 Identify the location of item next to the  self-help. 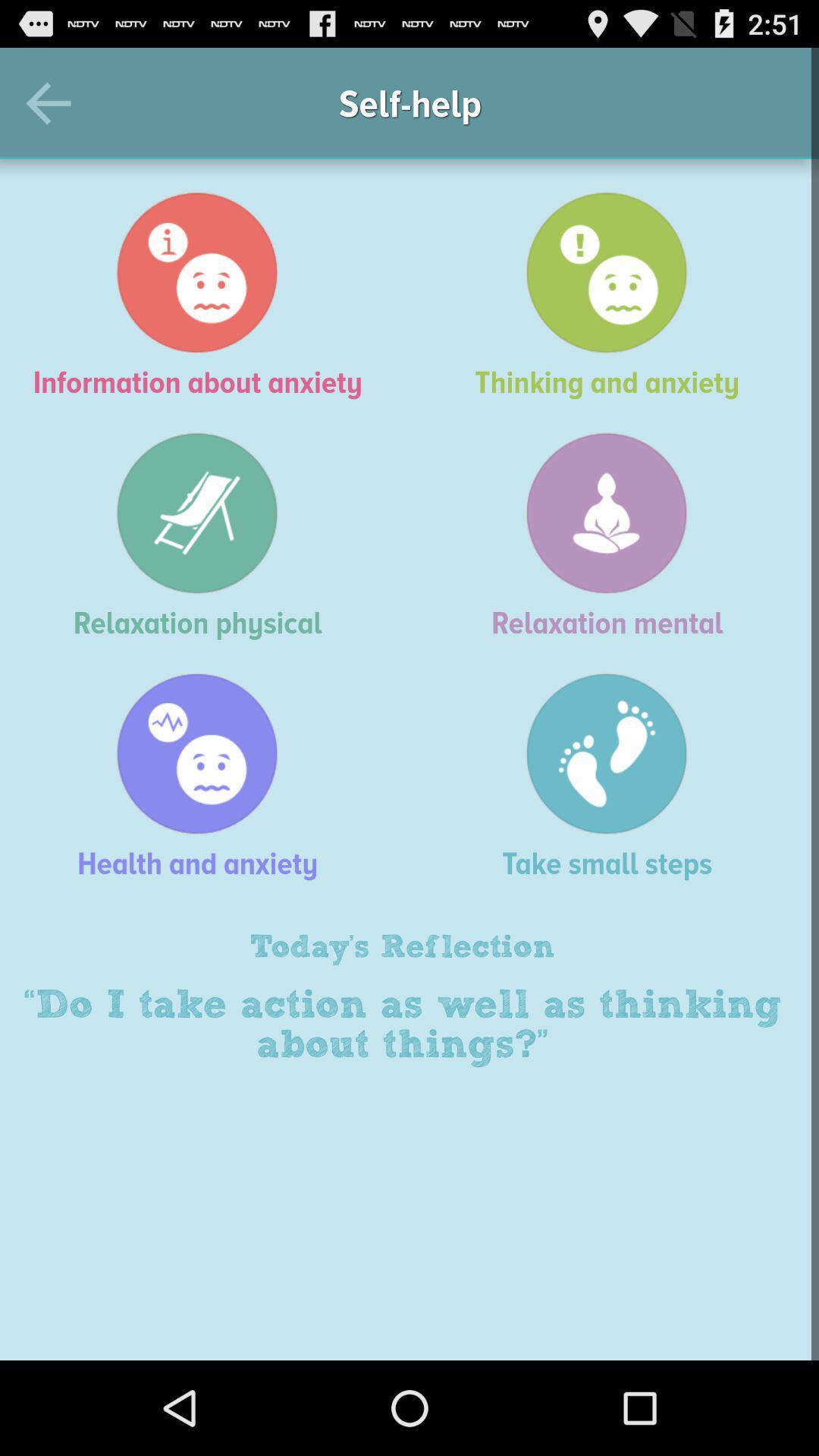
(55, 102).